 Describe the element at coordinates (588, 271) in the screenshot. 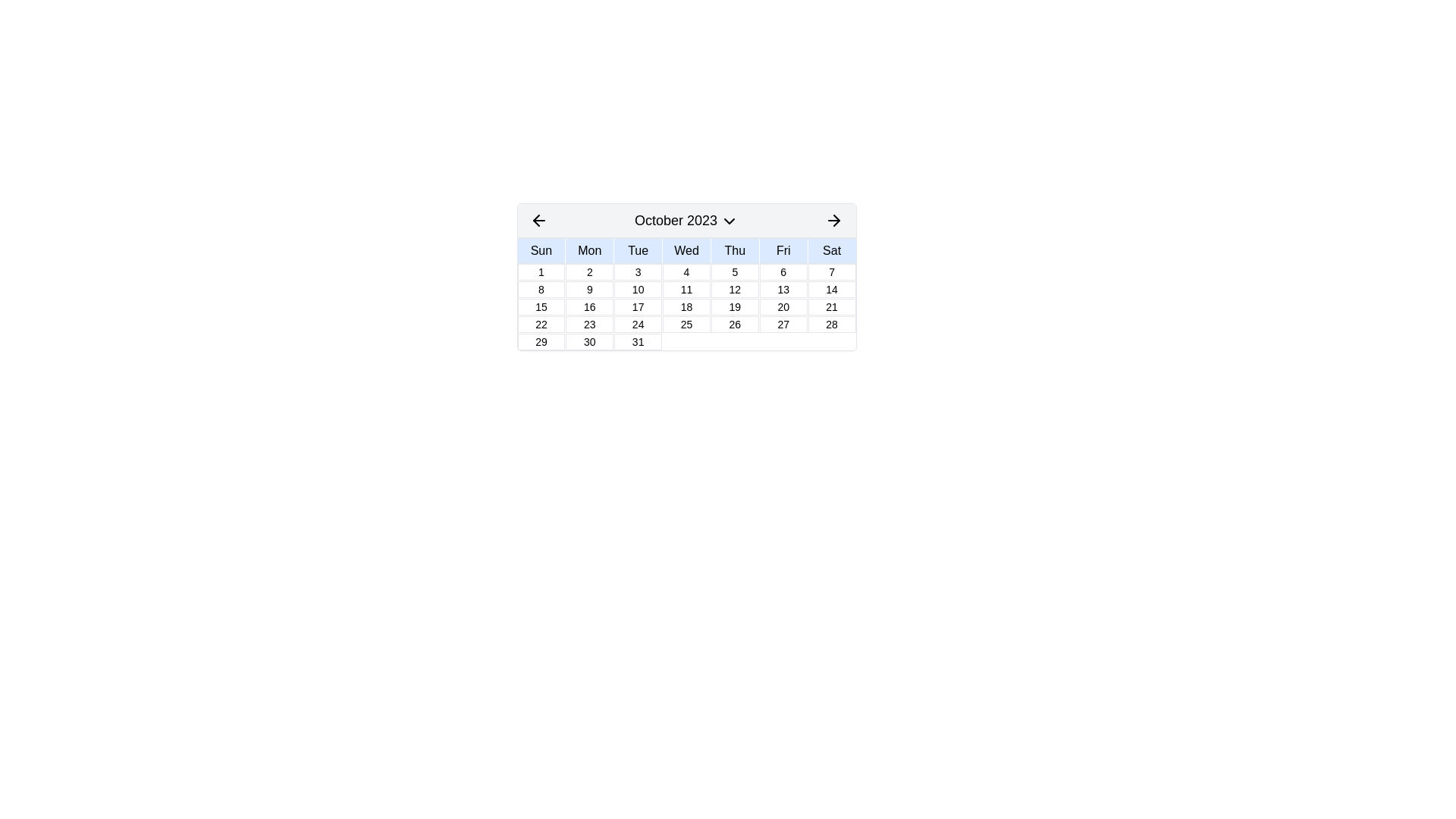

I see `text of the second day of the month label in the calendar widget located under the 'Mon' column` at that location.